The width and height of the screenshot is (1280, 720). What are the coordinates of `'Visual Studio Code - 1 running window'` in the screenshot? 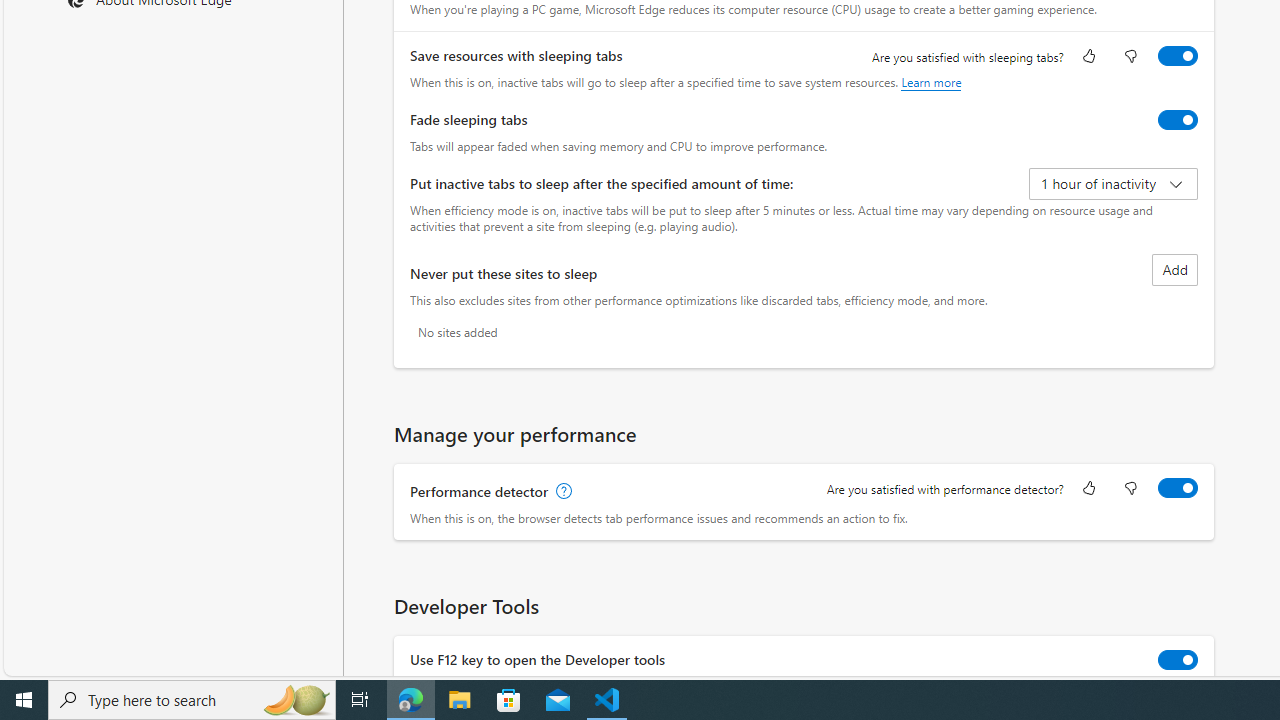 It's located at (606, 698).